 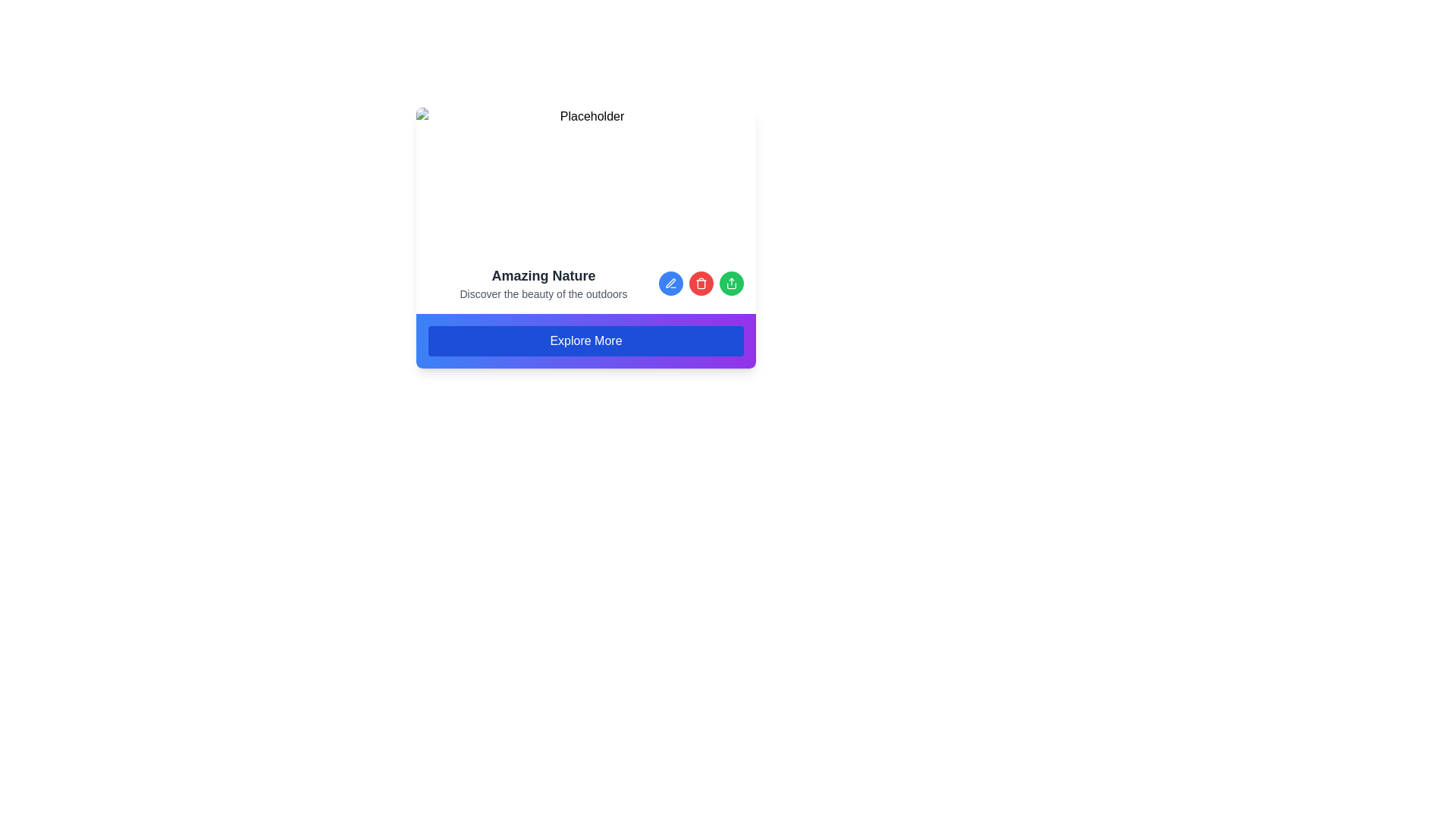 What do you see at coordinates (701, 284) in the screenshot?
I see `the red circular button with a trash can icon located between the blue pencil icon button and the green share icon button` at bounding box center [701, 284].